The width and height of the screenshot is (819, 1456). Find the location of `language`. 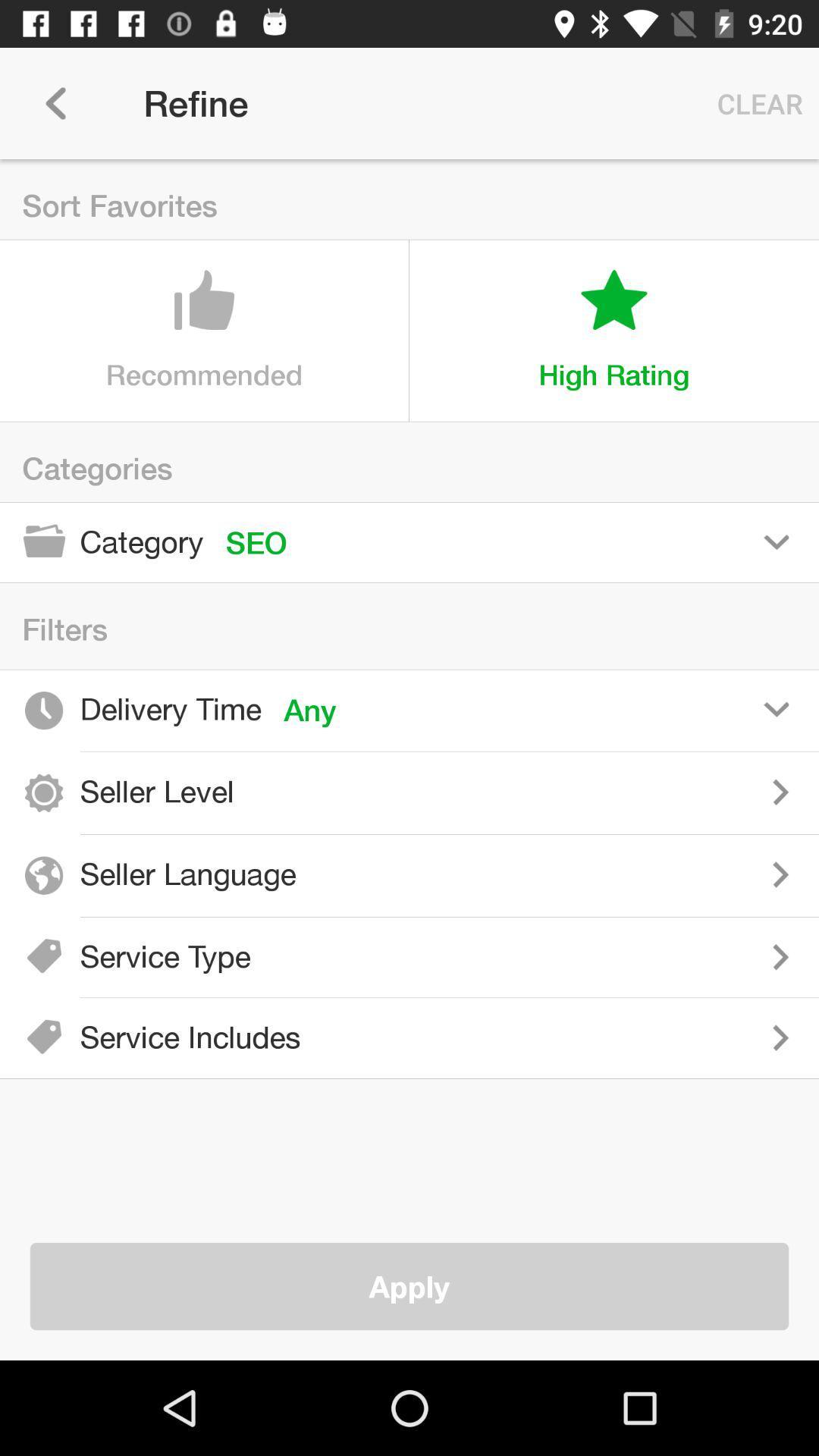

language is located at coordinates (568, 874).